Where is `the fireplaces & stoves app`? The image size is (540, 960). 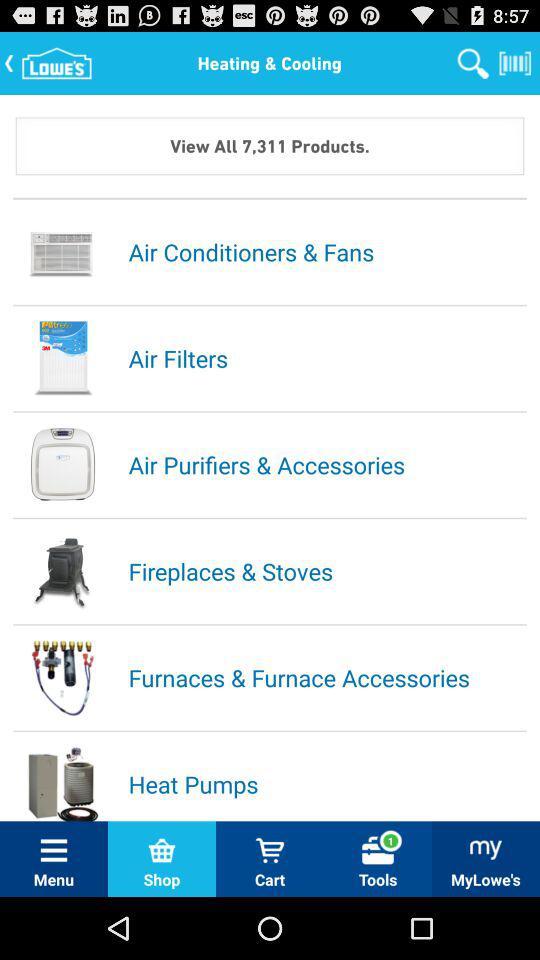 the fireplaces & stoves app is located at coordinates (326, 571).